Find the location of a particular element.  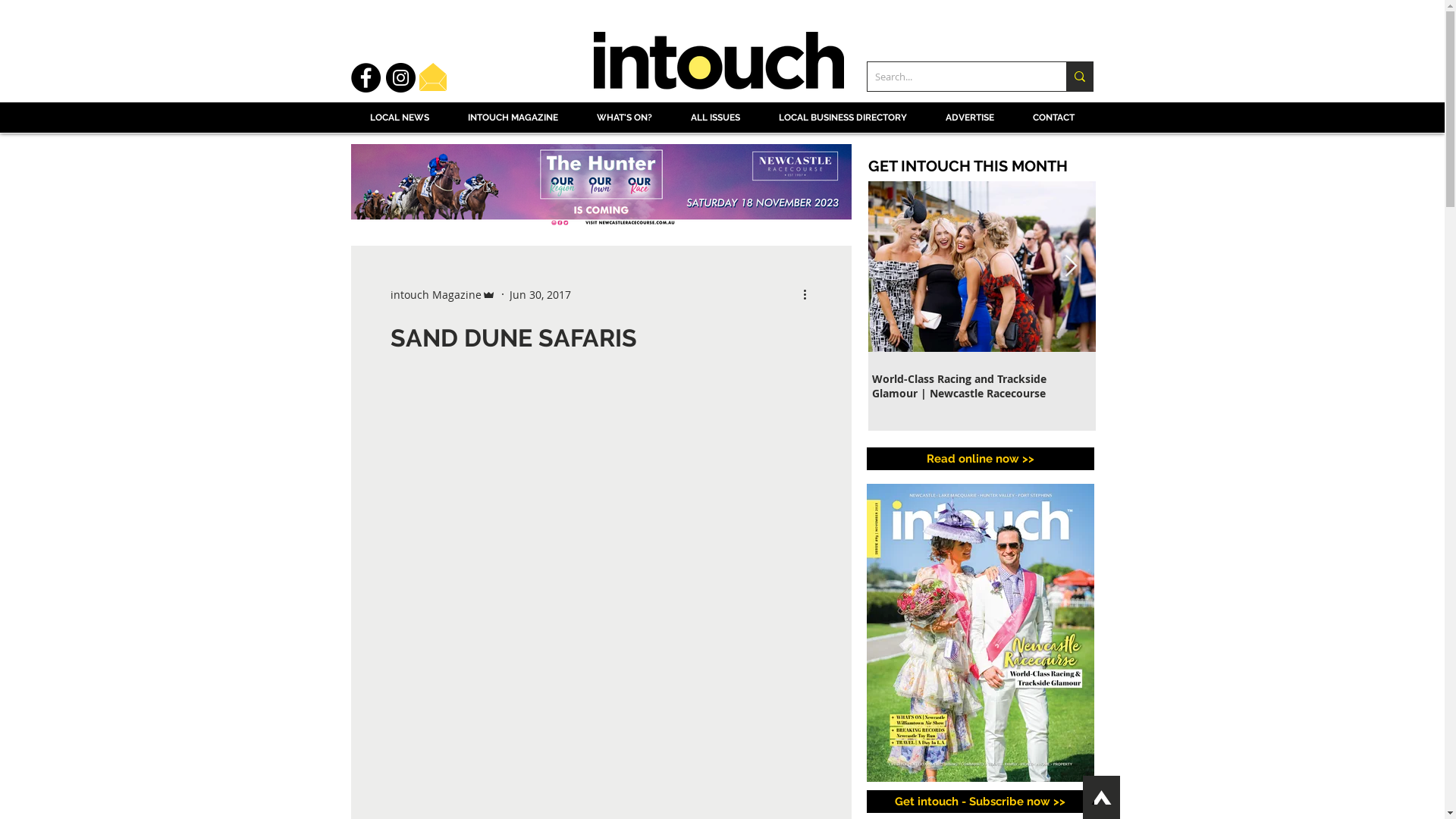

'Get intouch - Subscribe now >>' is located at coordinates (979, 800).